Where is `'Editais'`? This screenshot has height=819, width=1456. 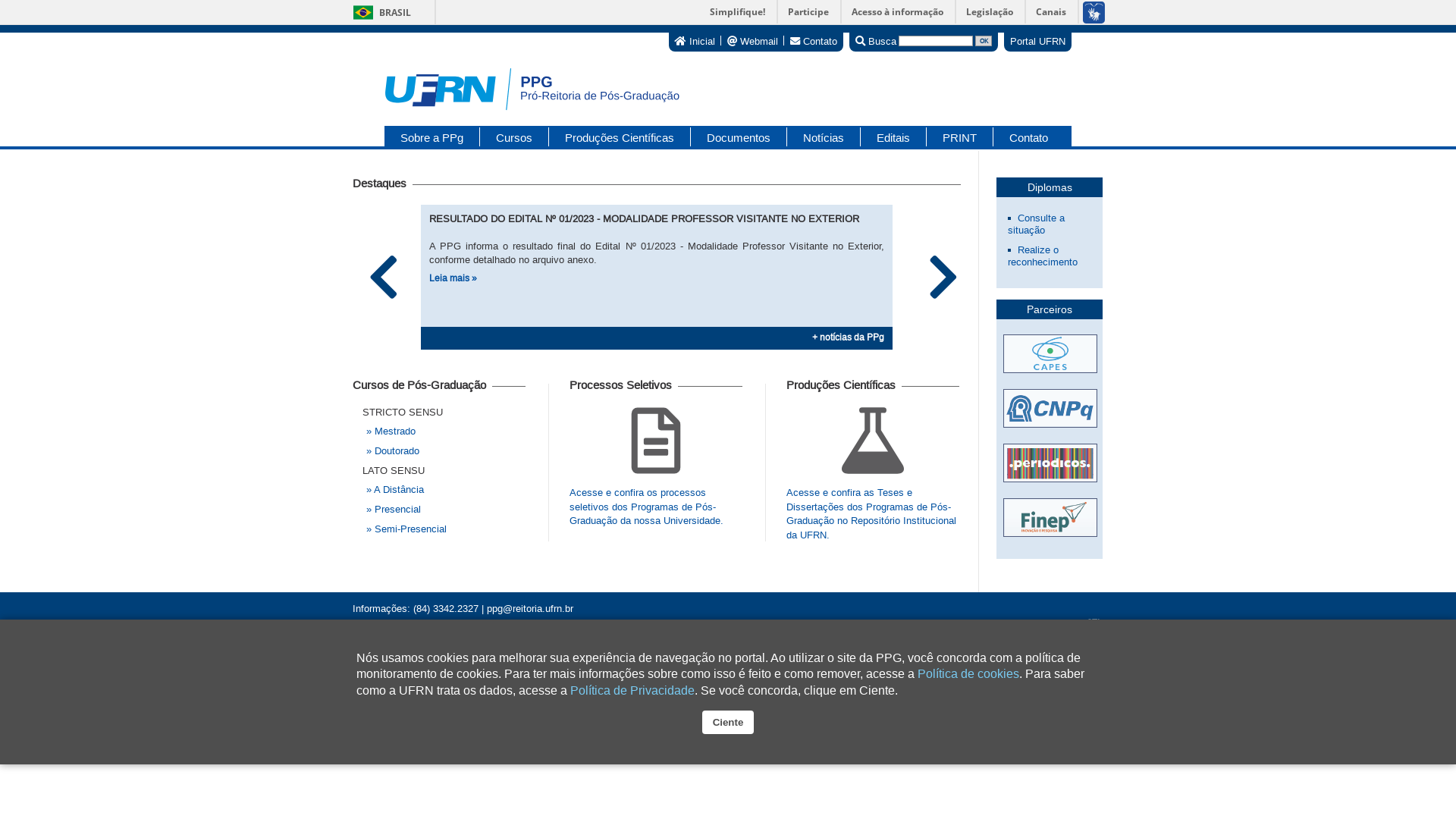
'Editais' is located at coordinates (893, 136).